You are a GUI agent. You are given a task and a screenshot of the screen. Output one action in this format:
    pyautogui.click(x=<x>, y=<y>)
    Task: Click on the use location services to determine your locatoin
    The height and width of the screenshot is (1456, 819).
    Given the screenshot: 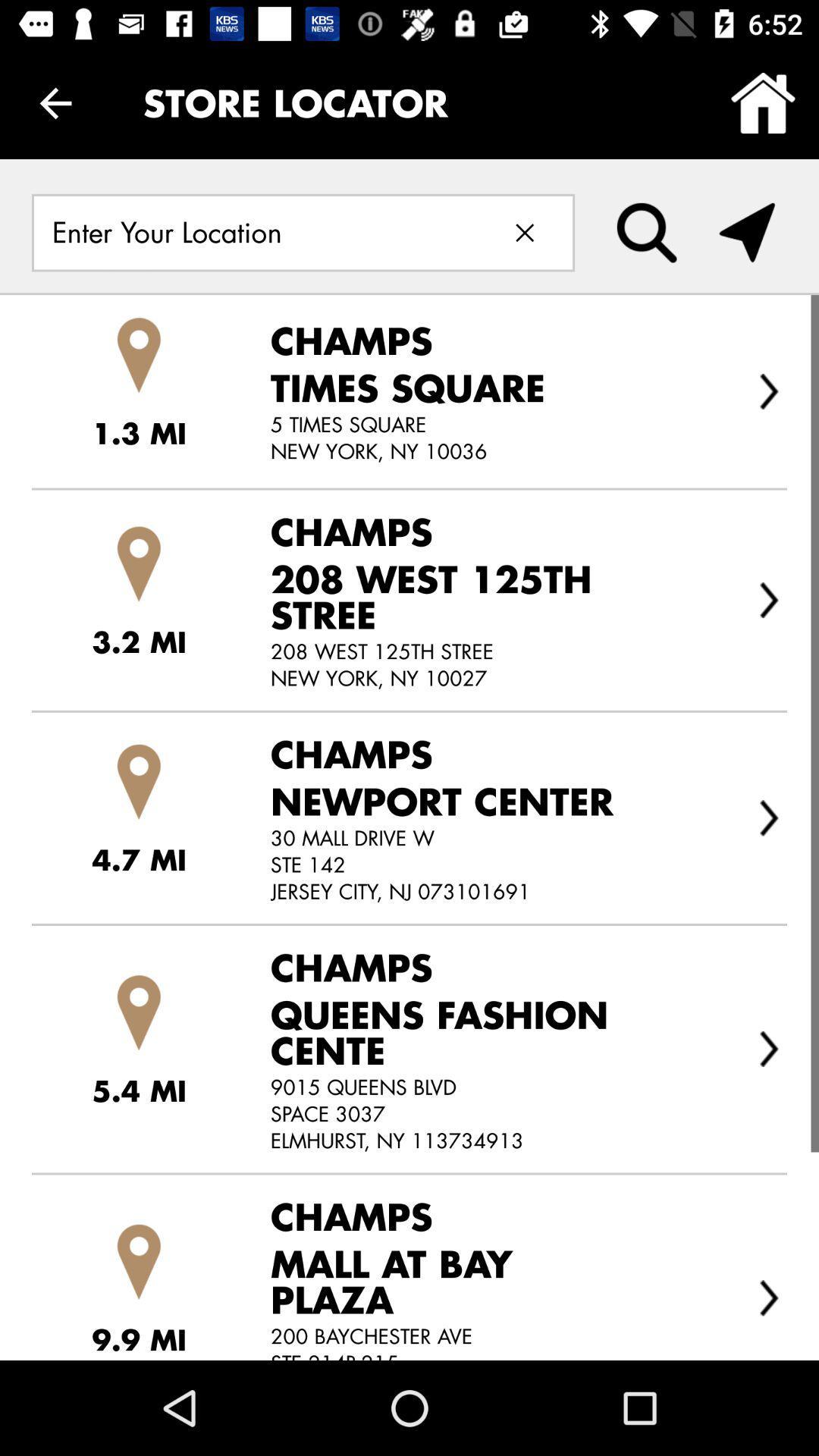 What is the action you would take?
    pyautogui.click(x=746, y=232)
    